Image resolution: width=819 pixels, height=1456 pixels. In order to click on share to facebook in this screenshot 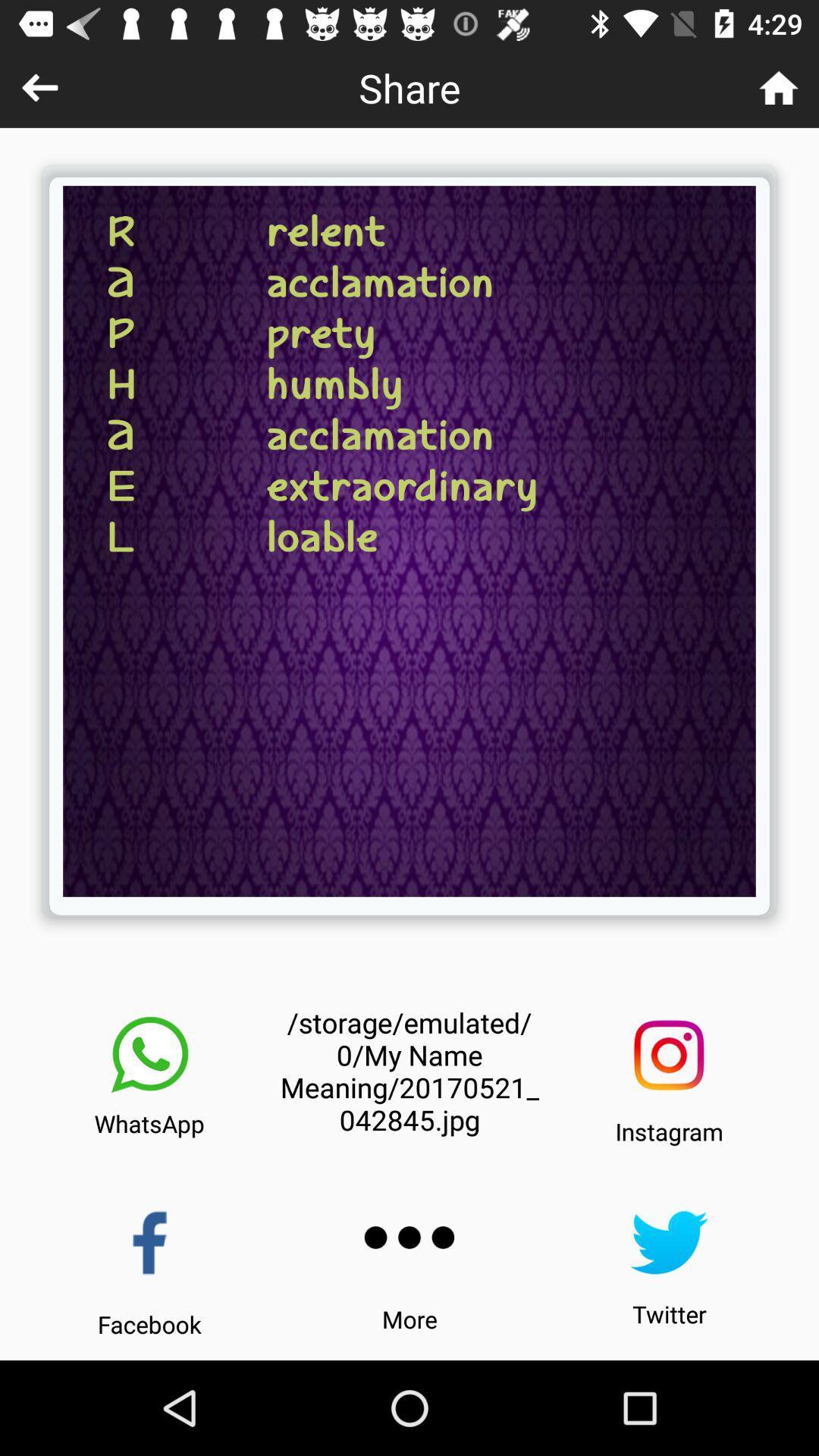, I will do `click(149, 1243)`.